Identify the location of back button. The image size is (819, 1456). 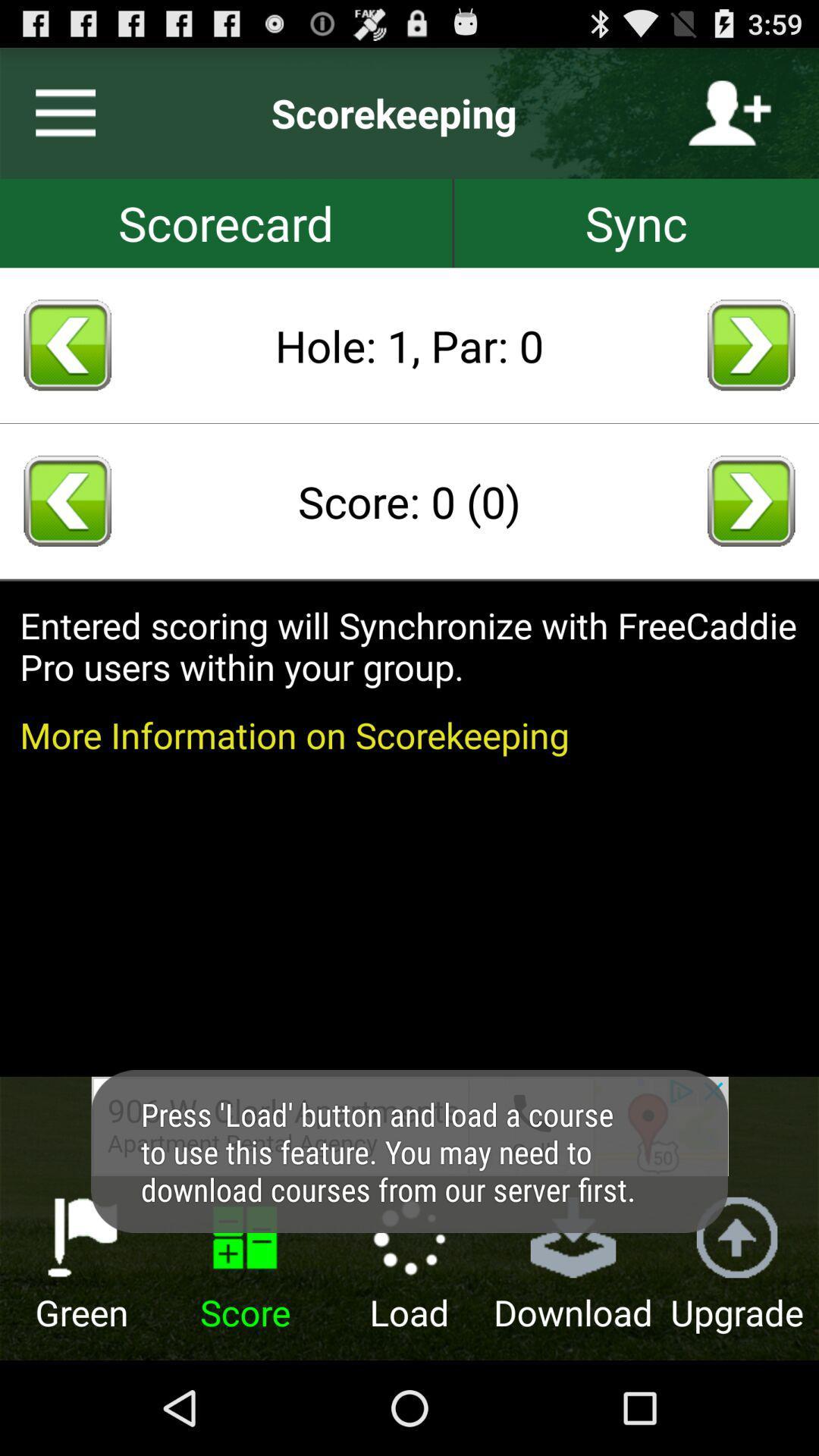
(67, 344).